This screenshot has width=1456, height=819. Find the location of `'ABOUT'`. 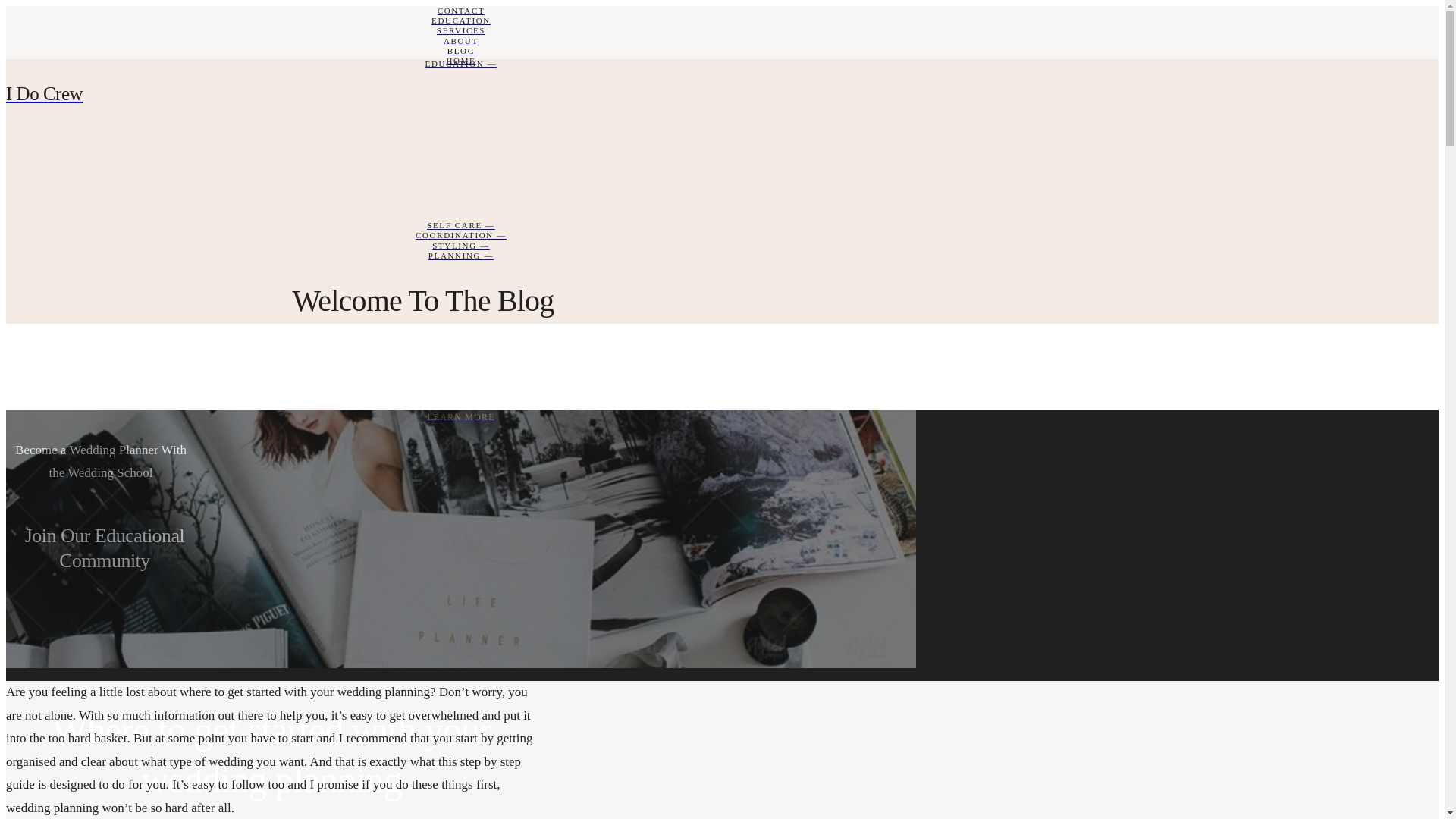

'ABOUT' is located at coordinates (6, 40).